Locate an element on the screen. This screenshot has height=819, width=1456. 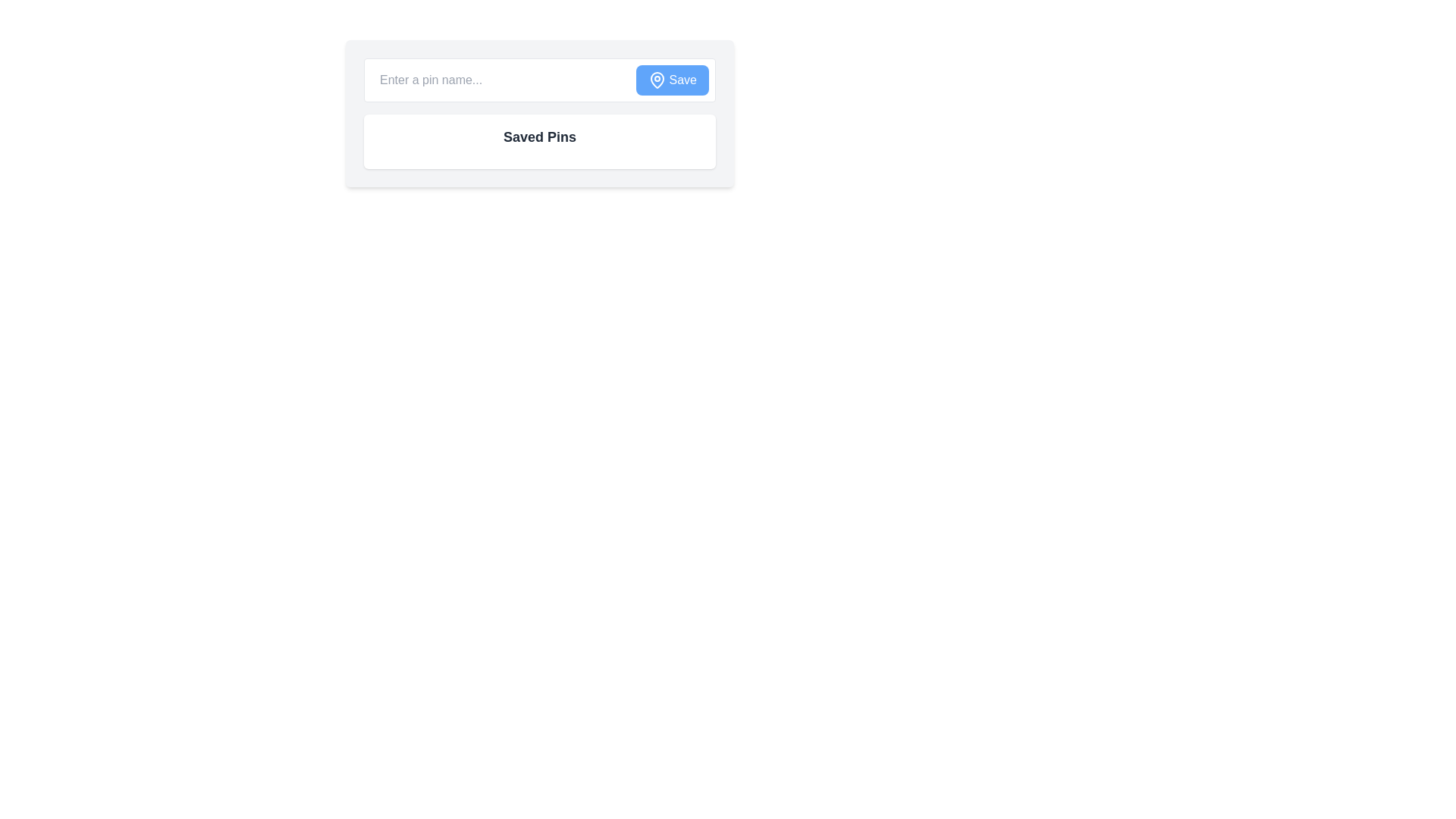
the Text label indicating 'Saved Pins', which serves as a title or header and is located within a white box below the input field is located at coordinates (539, 137).